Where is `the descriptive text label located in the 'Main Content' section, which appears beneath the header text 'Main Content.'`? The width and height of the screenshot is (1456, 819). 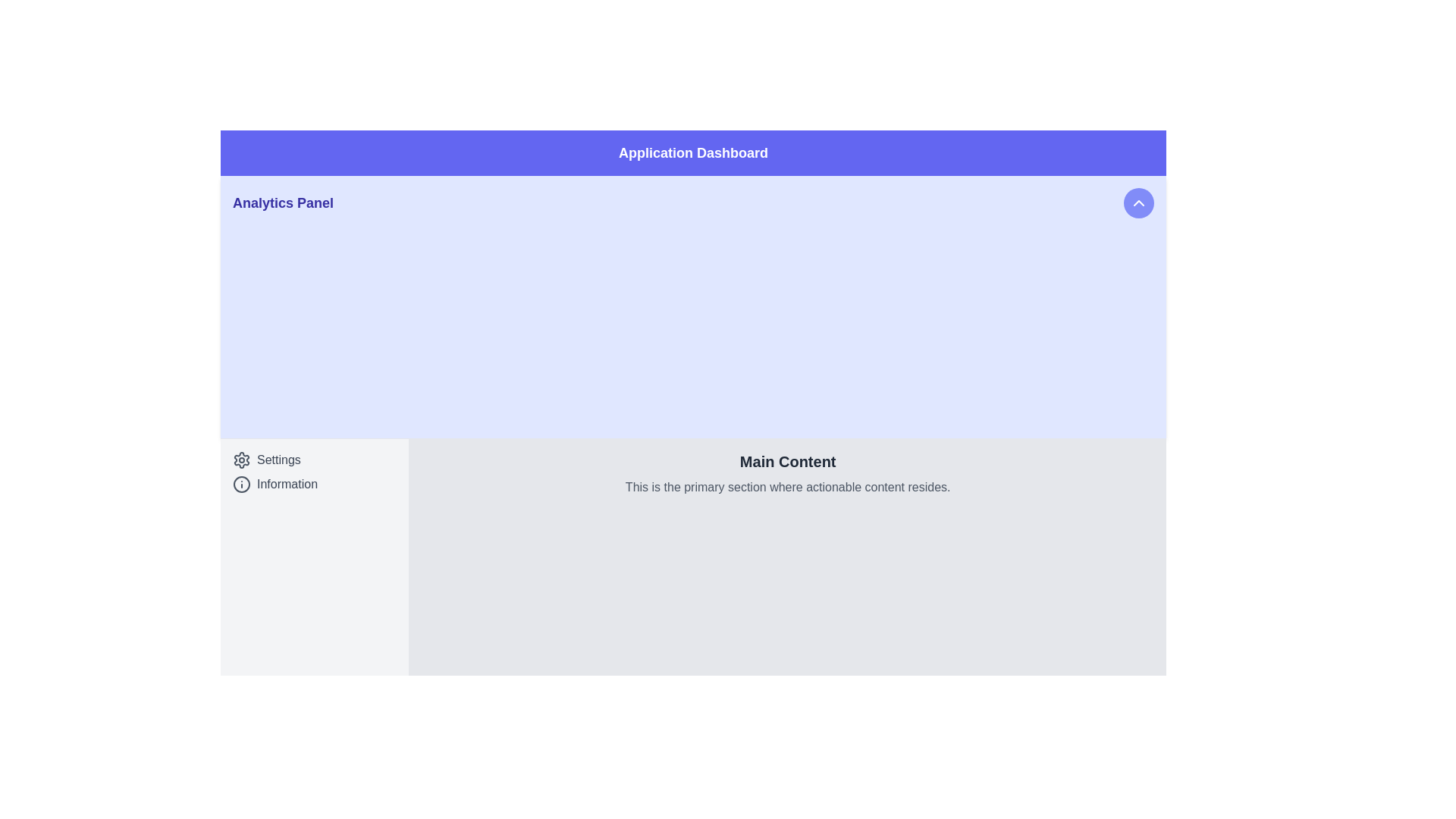
the descriptive text label located in the 'Main Content' section, which appears beneath the header text 'Main Content.' is located at coordinates (788, 487).